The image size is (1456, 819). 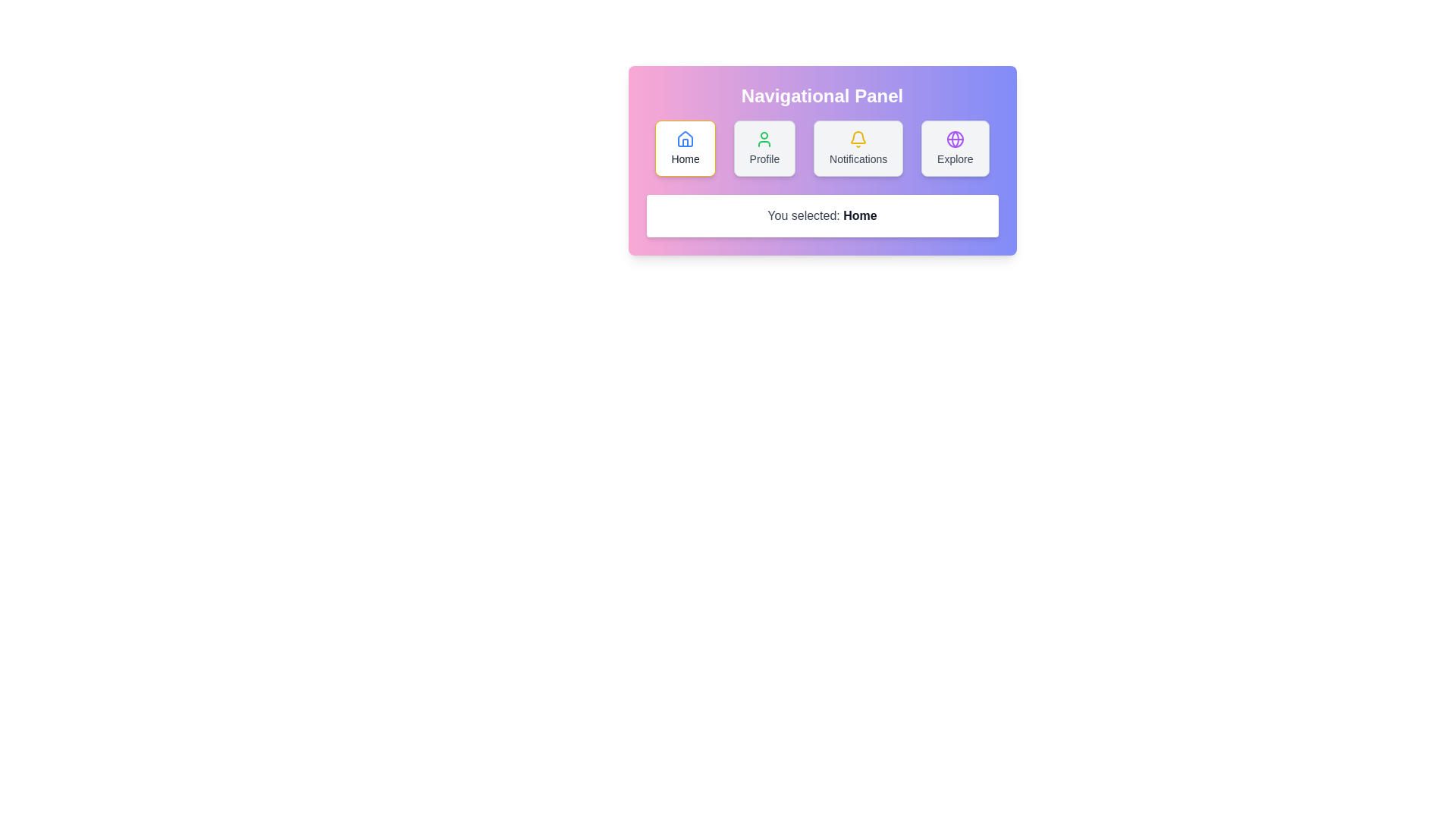 What do you see at coordinates (858, 137) in the screenshot?
I see `the lower section of the bell-shaped icon in the 'Notifications' button, which is the third button from the left in the top row of the navigation panel` at bounding box center [858, 137].